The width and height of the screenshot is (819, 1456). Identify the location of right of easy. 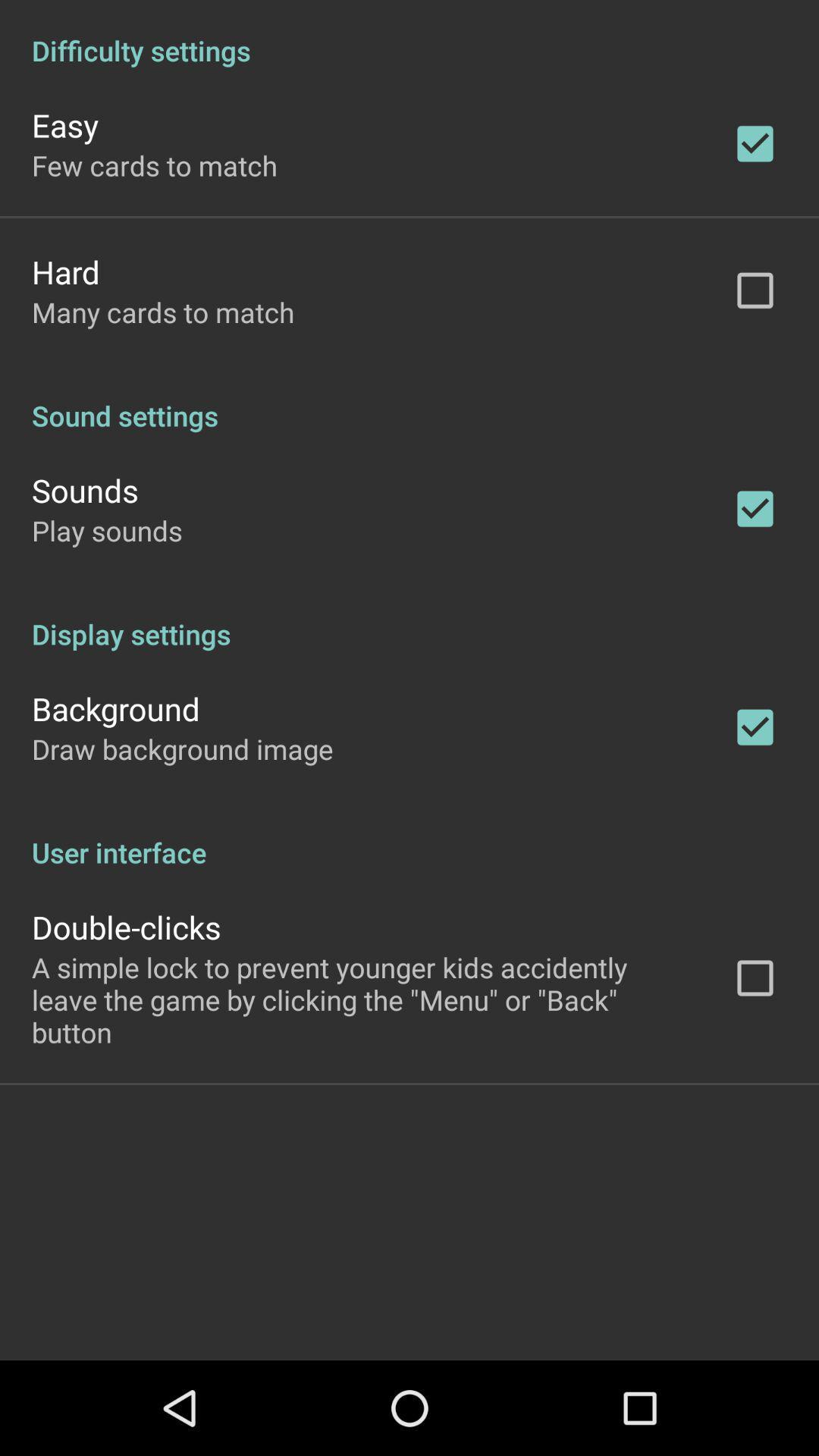
(755, 144).